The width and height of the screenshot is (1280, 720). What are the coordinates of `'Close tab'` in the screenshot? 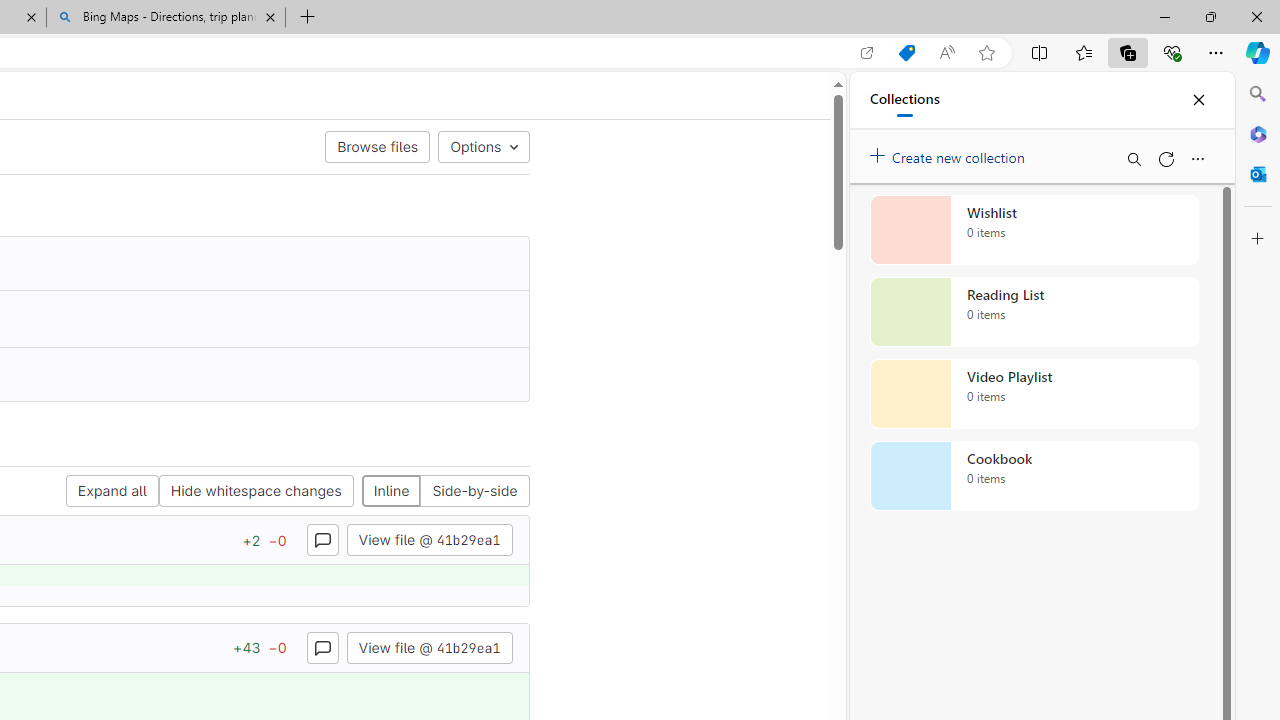 It's located at (269, 17).